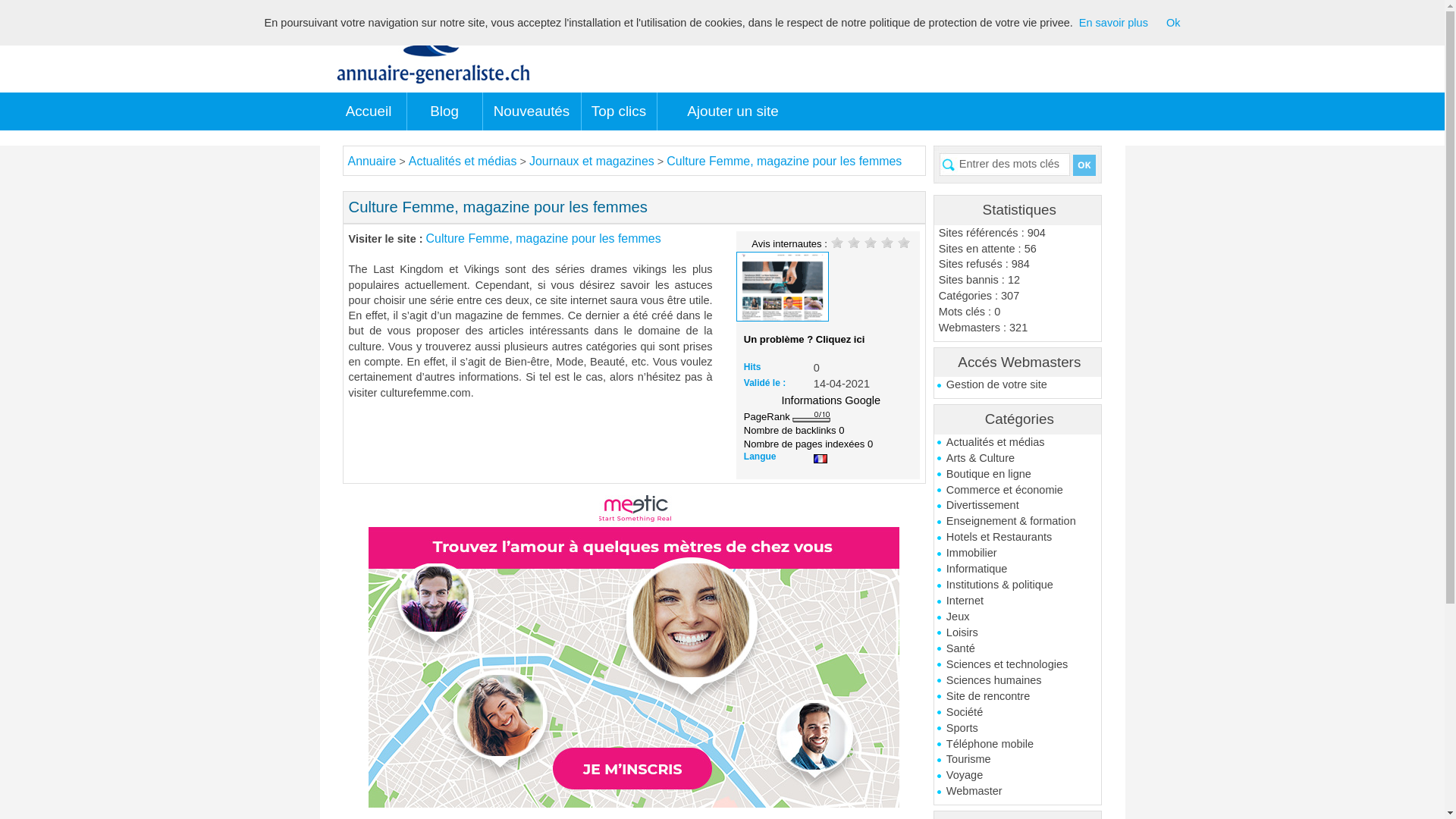  I want to click on 'Annuaire', so click(371, 161).